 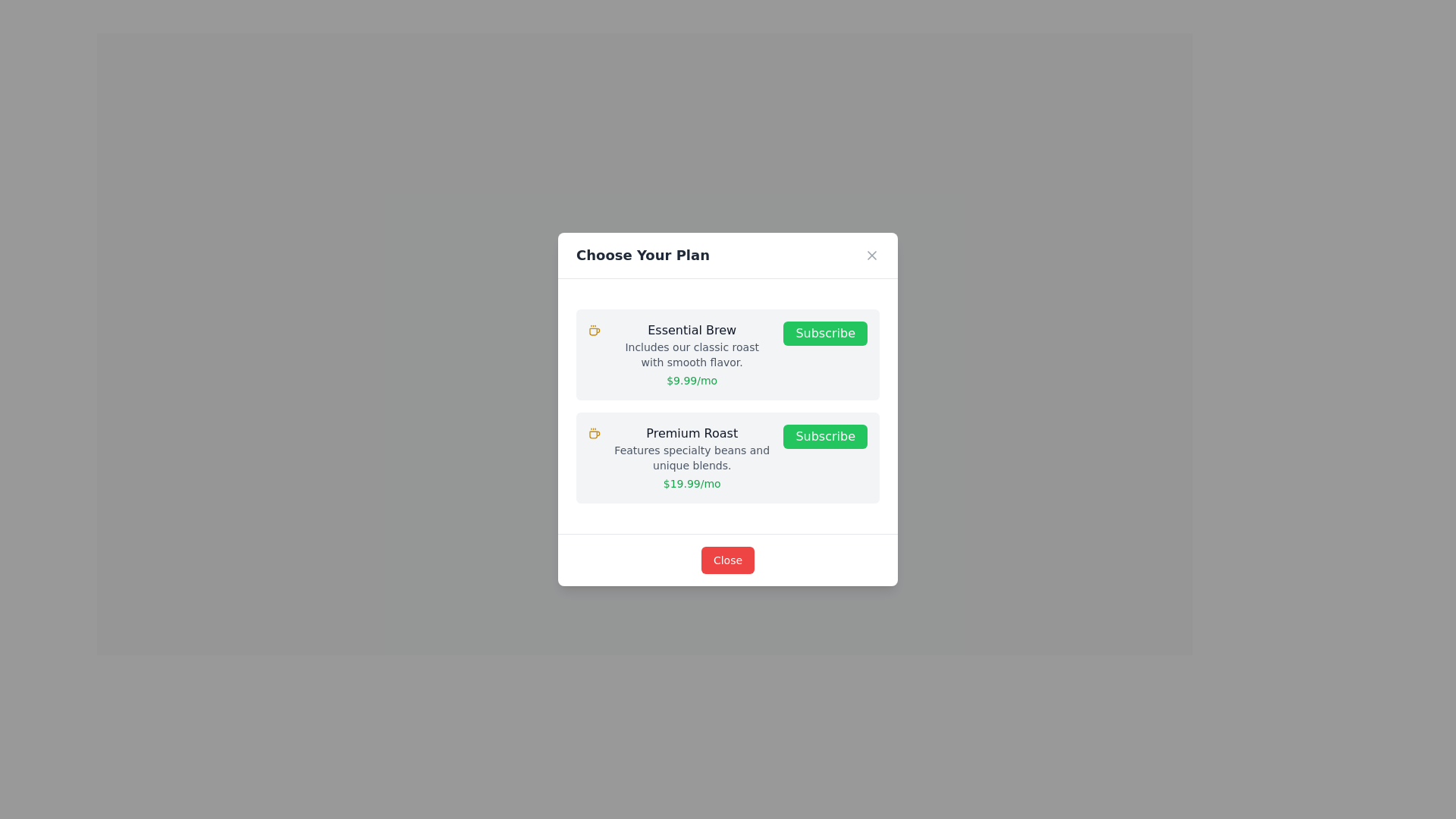 What do you see at coordinates (593, 329) in the screenshot?
I see `the icon representing the 'Essential Brew' subscription plan, located at the top-left portion of its card, adjacent to the text introducing the plan` at bounding box center [593, 329].